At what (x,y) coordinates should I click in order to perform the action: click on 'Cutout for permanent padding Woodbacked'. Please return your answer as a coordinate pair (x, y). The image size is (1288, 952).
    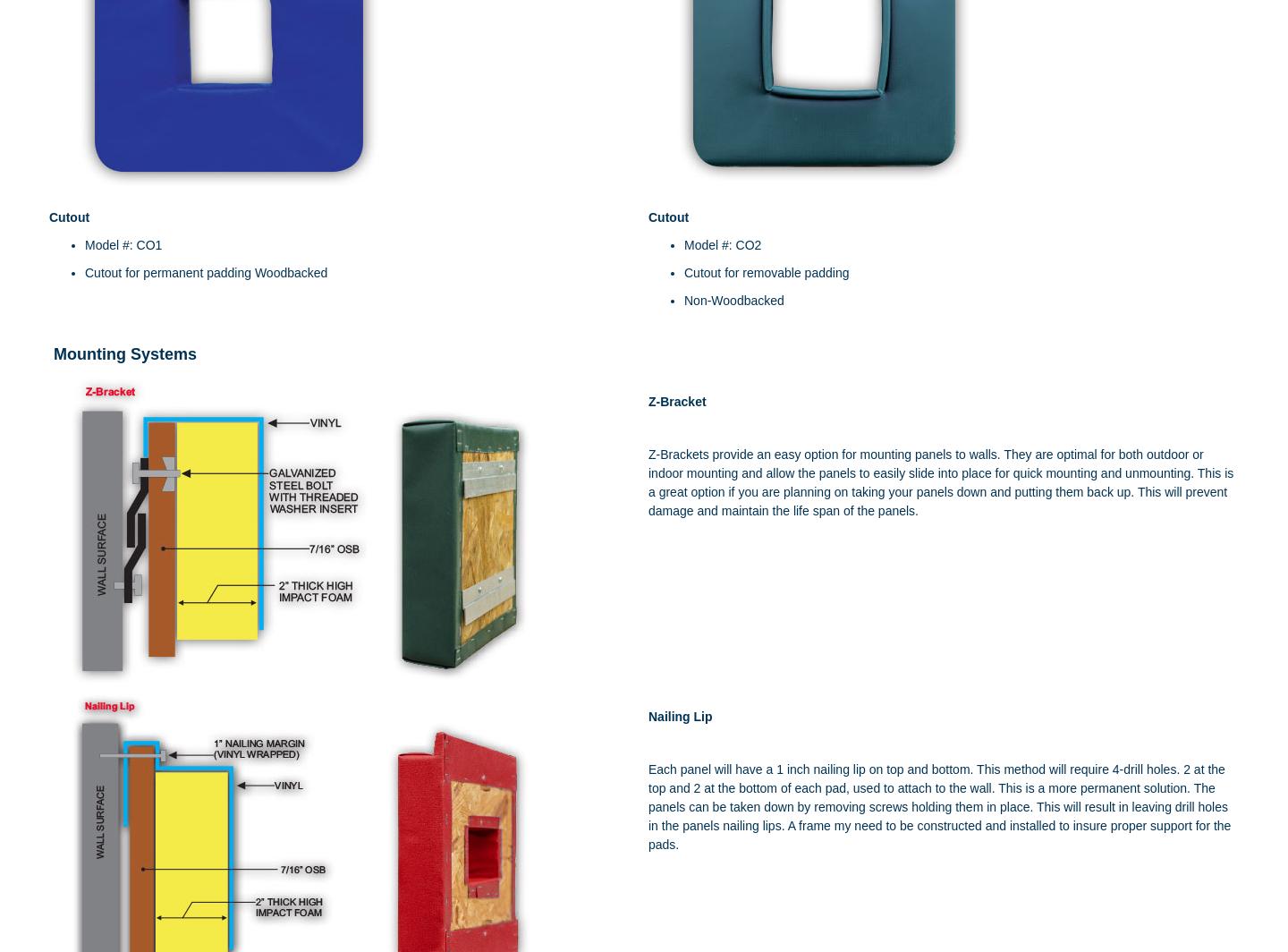
    Looking at the image, I should click on (206, 273).